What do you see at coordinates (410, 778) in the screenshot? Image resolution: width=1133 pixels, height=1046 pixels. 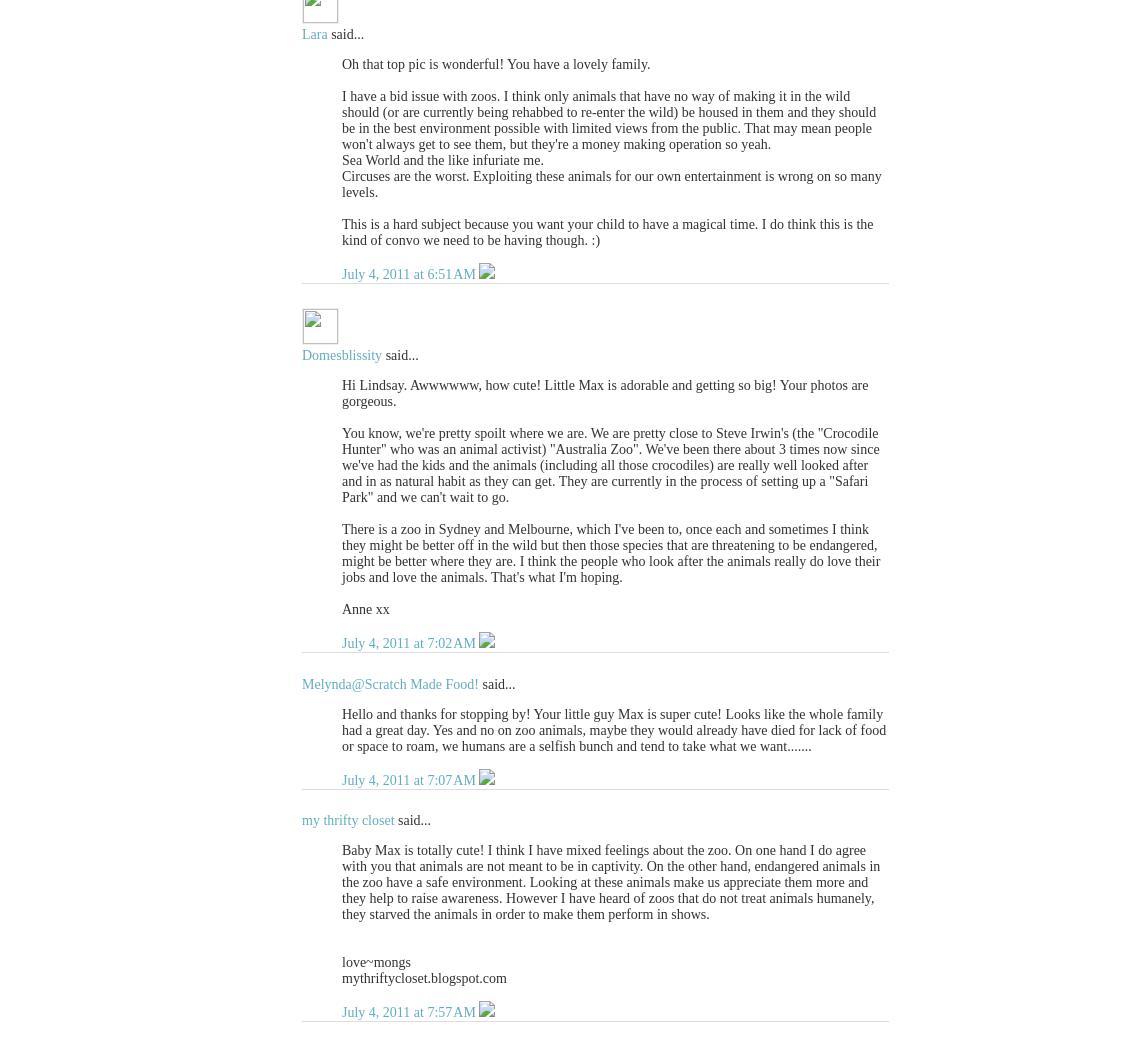 I see `'July 4, 2011 at 7:07 AM'` at bounding box center [410, 778].